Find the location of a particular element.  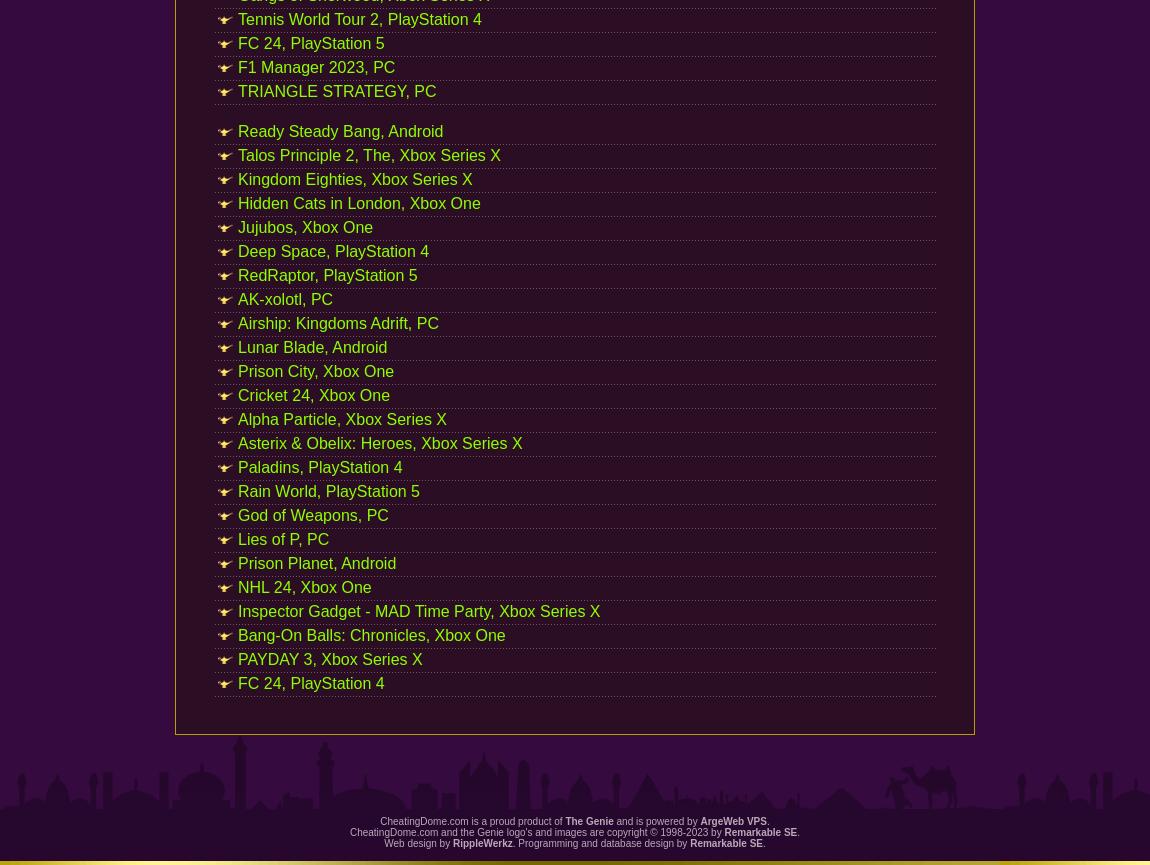

'RedRaptor, PlayStation 5' is located at coordinates (327, 274).